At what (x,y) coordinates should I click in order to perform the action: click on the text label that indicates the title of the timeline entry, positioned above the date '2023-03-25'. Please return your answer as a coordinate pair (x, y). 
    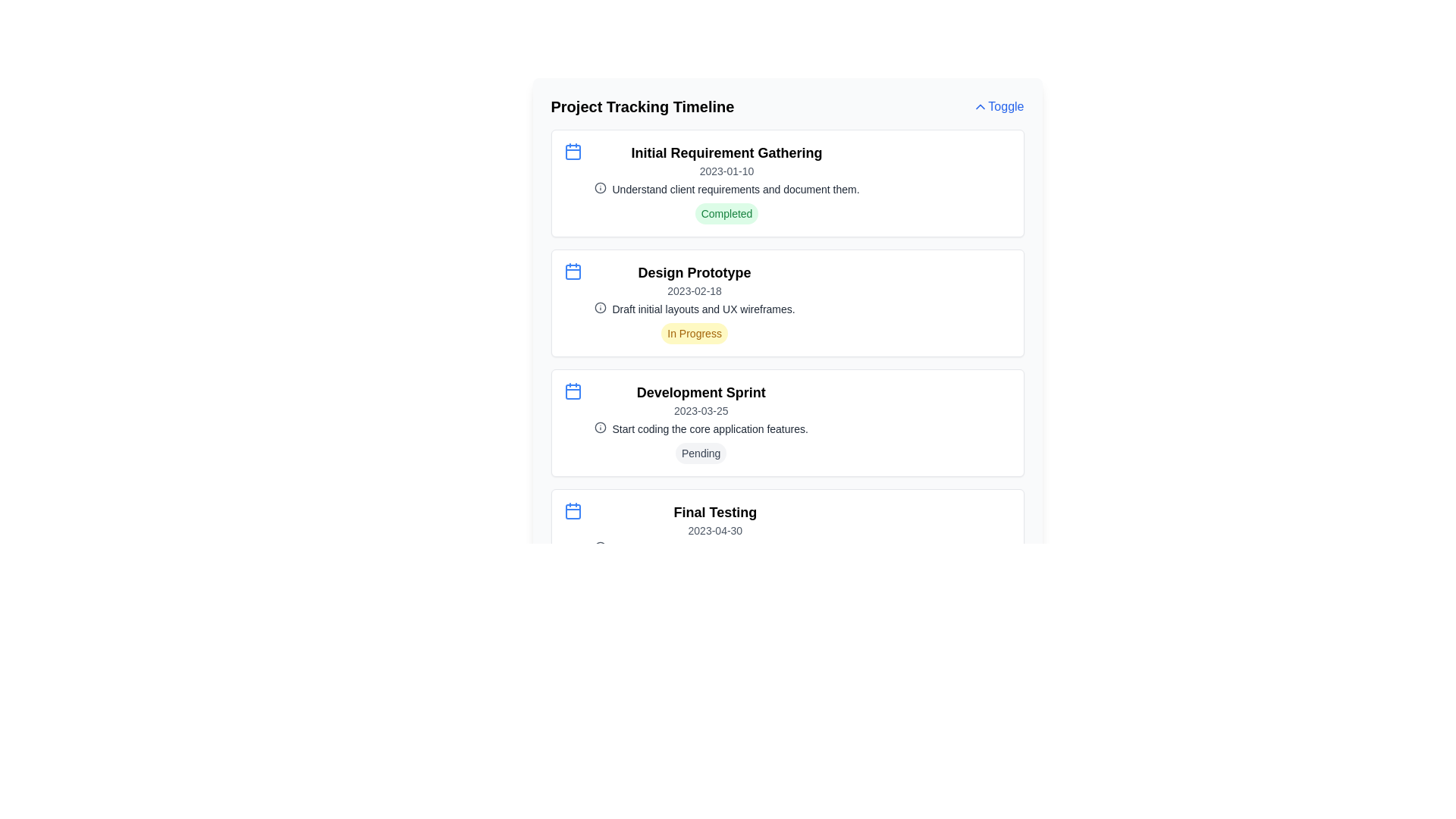
    Looking at the image, I should click on (700, 391).